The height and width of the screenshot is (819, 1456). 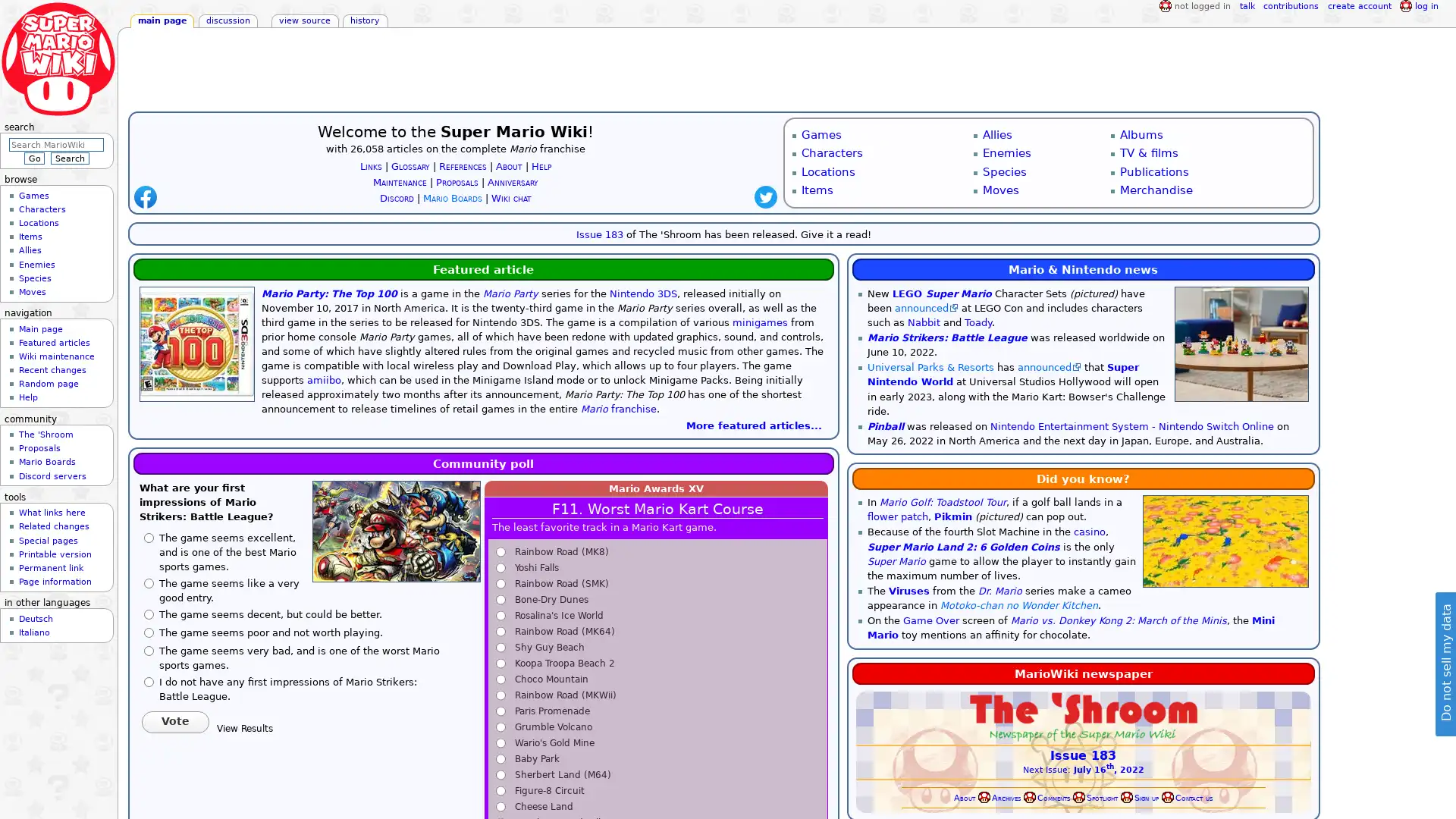 What do you see at coordinates (68, 158) in the screenshot?
I see `Search` at bounding box center [68, 158].